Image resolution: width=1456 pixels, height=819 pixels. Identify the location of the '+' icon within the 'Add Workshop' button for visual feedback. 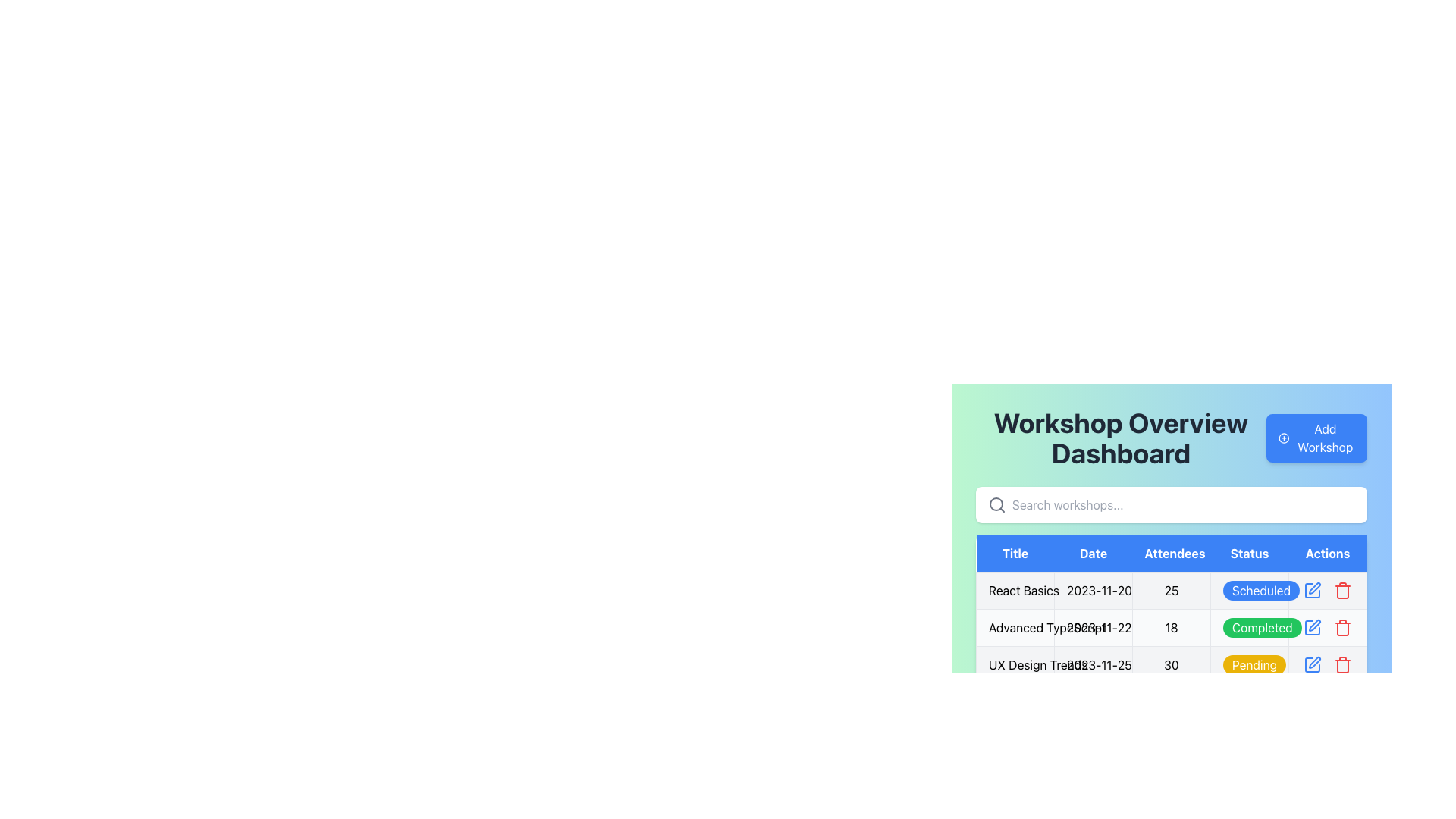
(1283, 438).